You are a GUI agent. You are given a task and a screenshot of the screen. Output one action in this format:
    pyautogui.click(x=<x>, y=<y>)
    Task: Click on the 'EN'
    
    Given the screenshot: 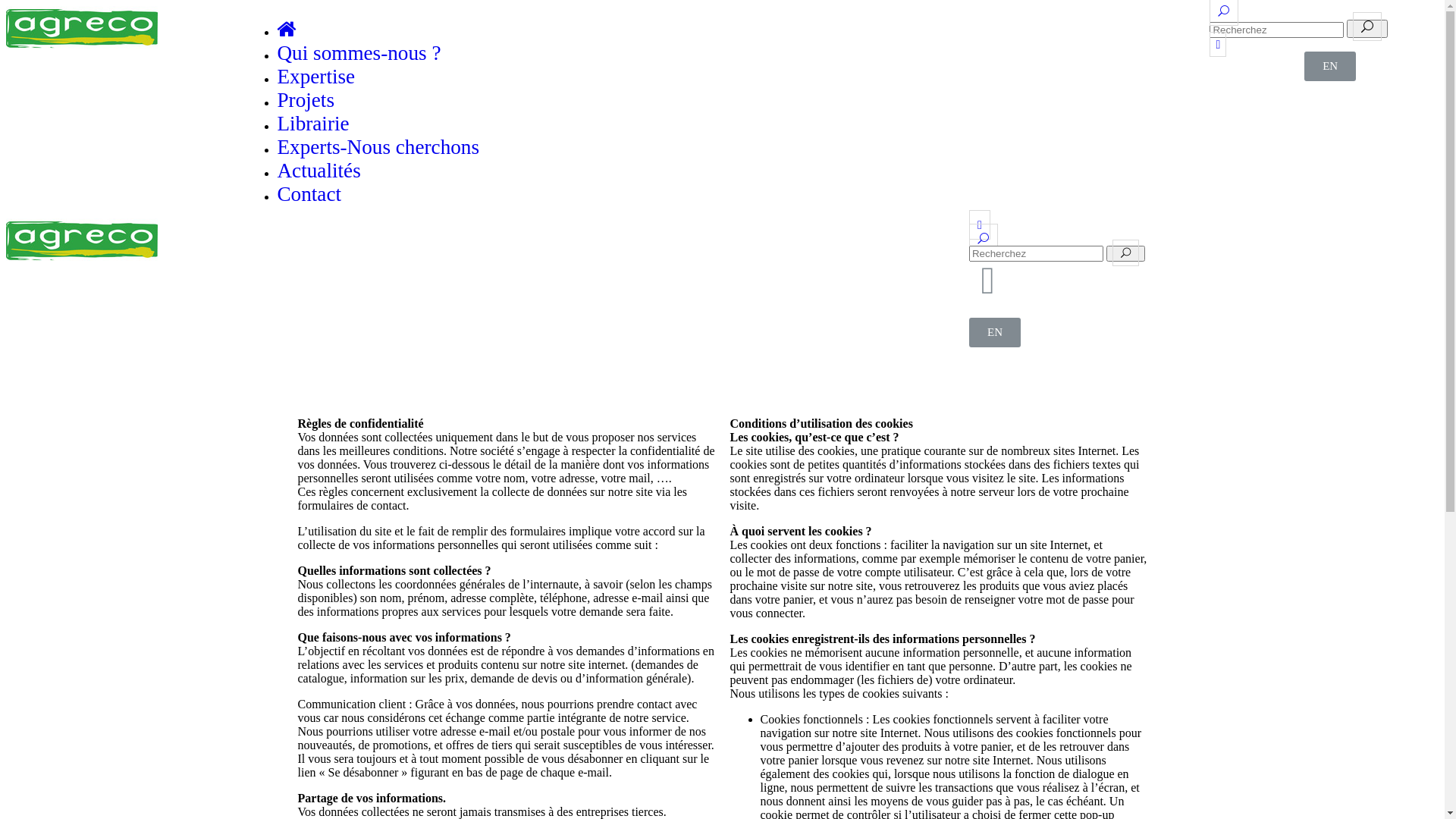 What is the action you would take?
    pyautogui.click(x=1329, y=65)
    